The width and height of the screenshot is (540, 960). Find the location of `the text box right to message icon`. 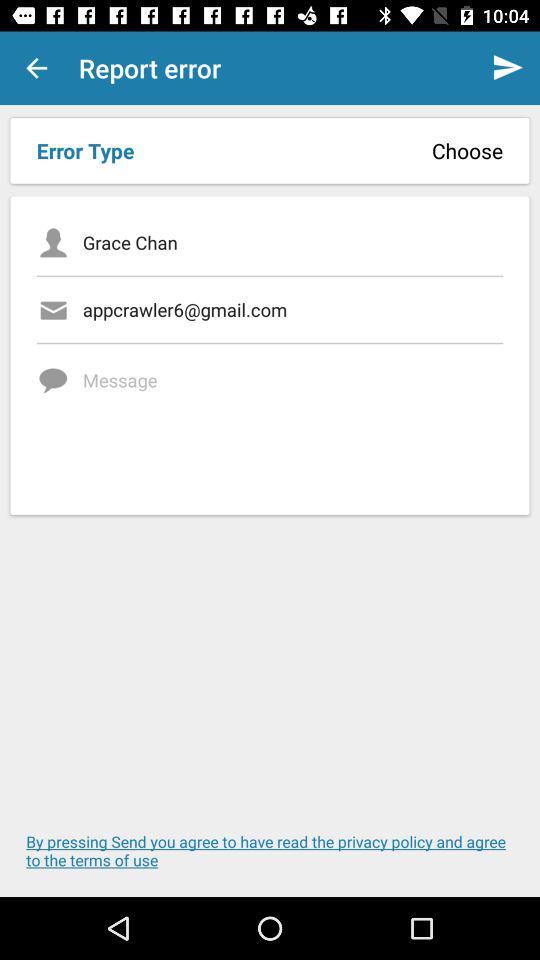

the text box right to message icon is located at coordinates (292, 422).